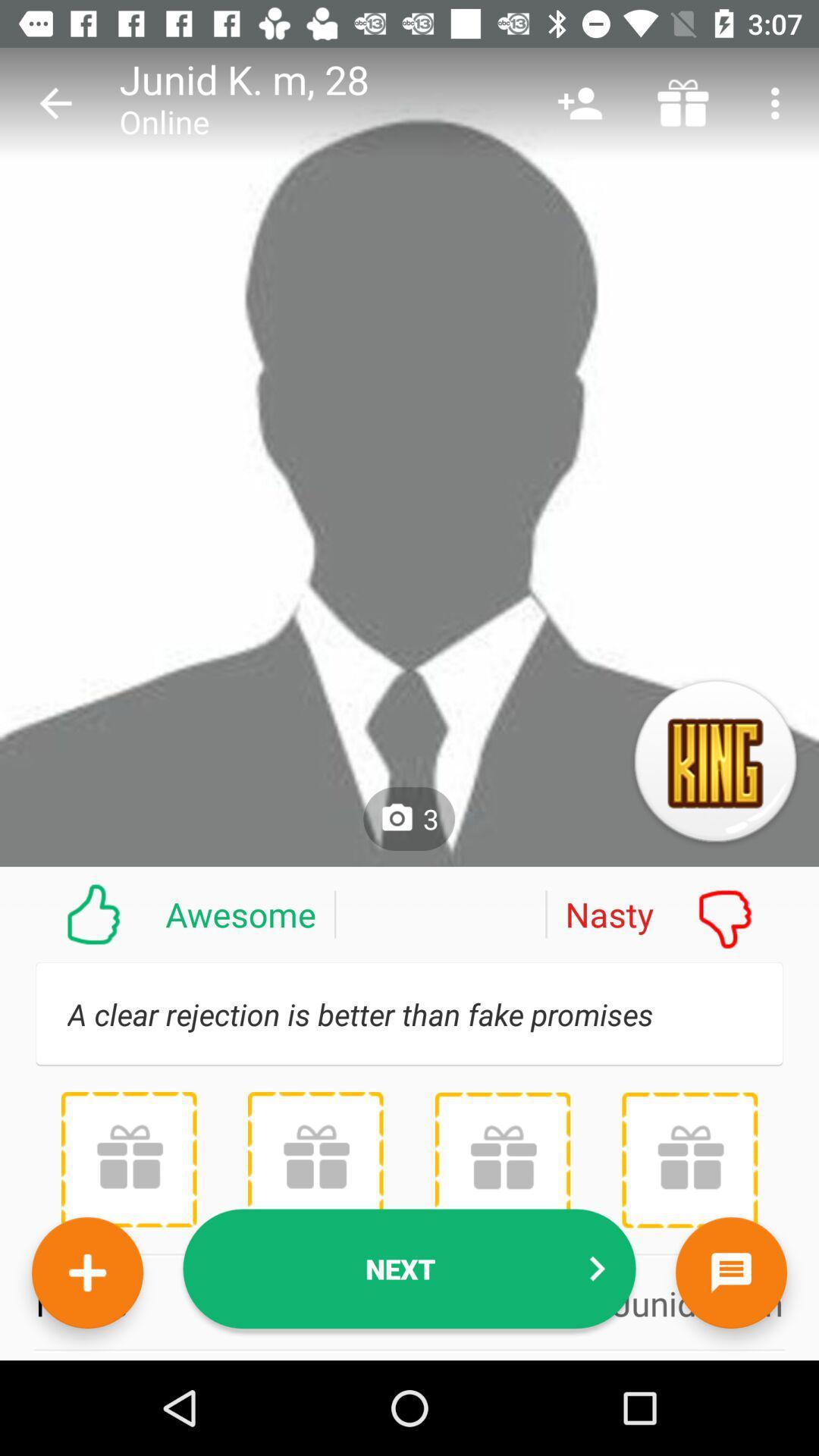 The image size is (819, 1456). I want to click on the awesome item, so click(168, 913).